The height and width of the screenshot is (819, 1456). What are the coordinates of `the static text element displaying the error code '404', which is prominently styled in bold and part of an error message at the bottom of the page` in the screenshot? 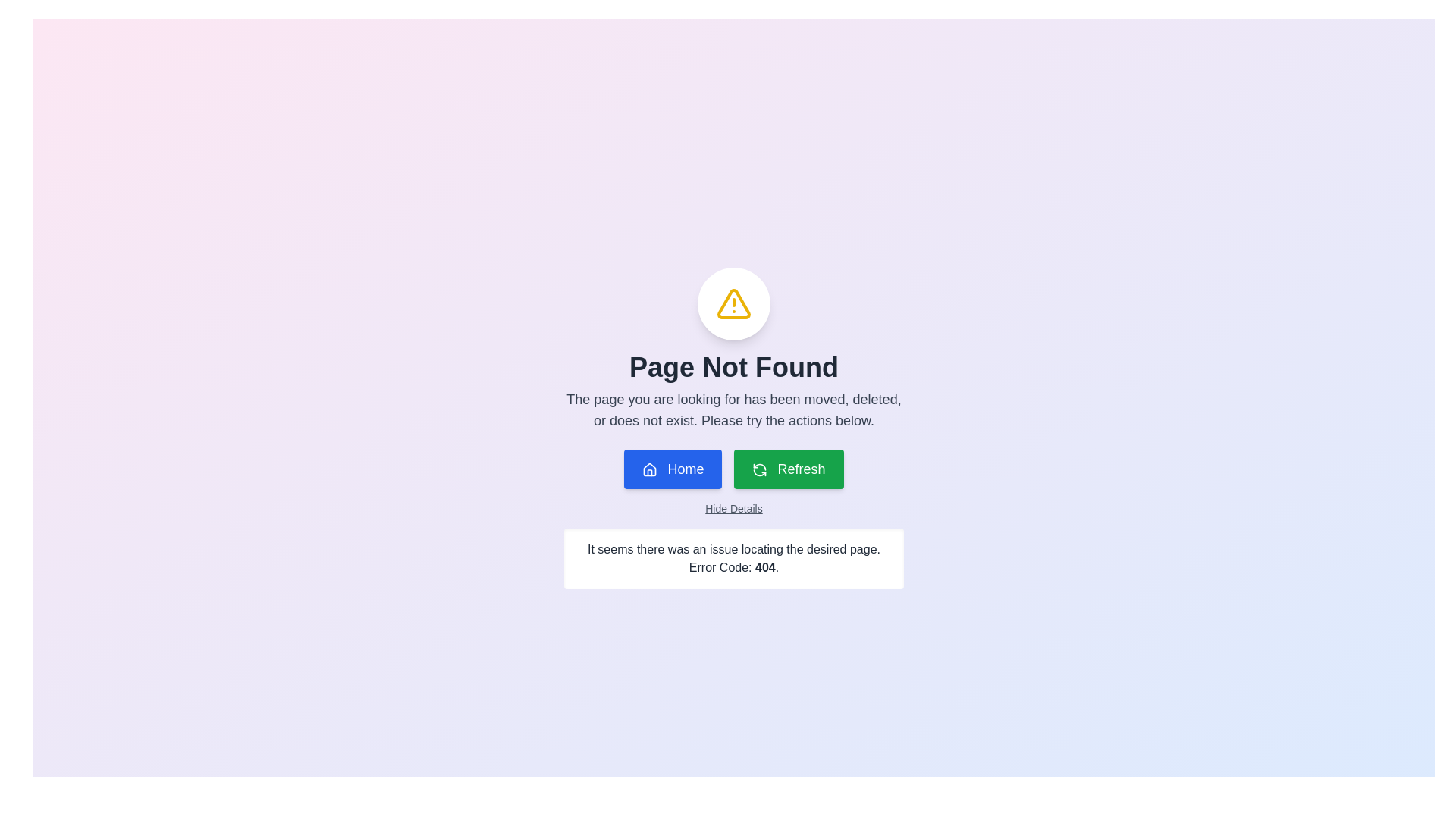 It's located at (765, 567).